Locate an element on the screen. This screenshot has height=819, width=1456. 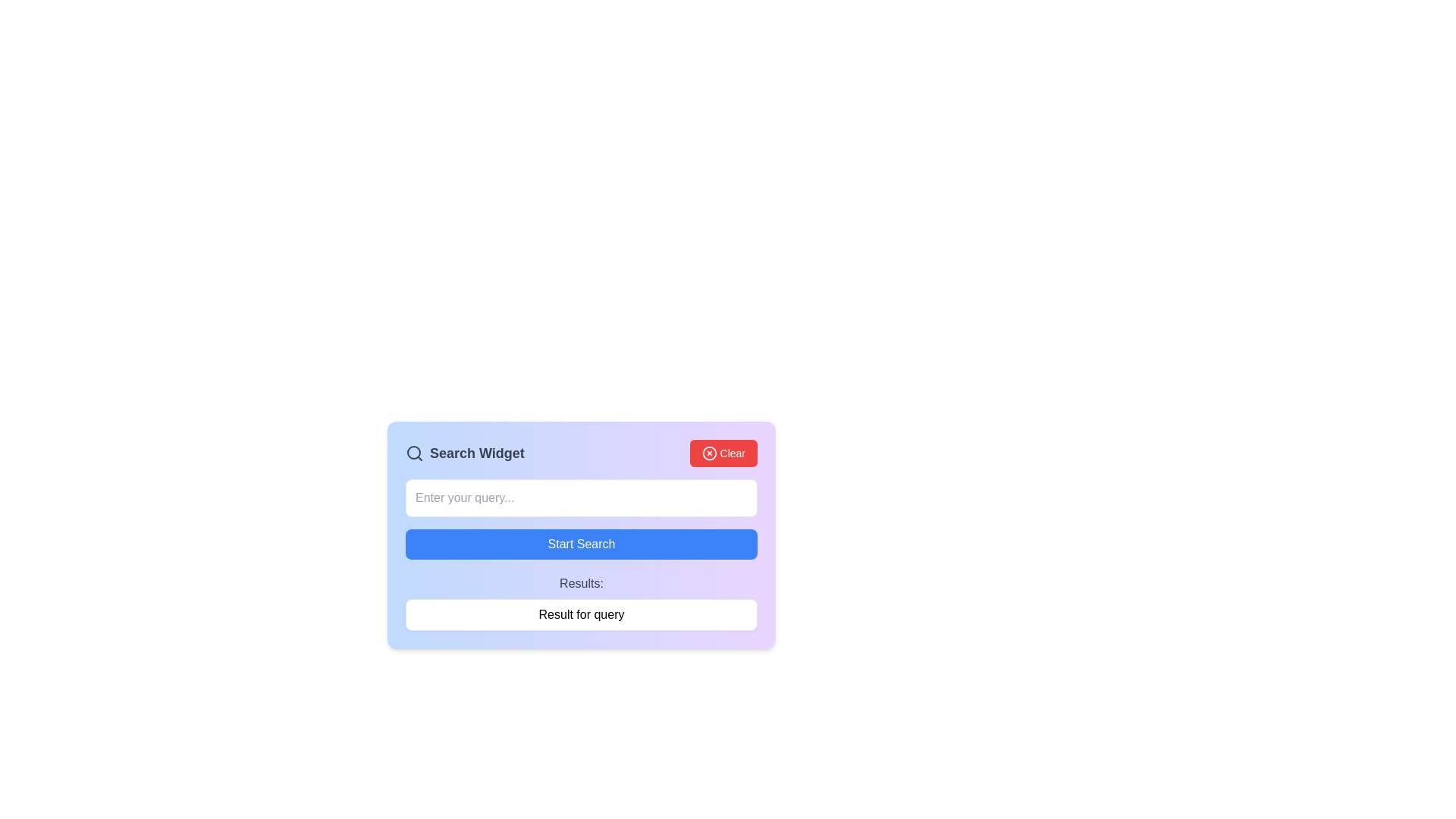
text displayed in the 'Search Widget' label, which is styled with bold, gray-colored text and positioned next to the 'Clear' button is located at coordinates (464, 452).